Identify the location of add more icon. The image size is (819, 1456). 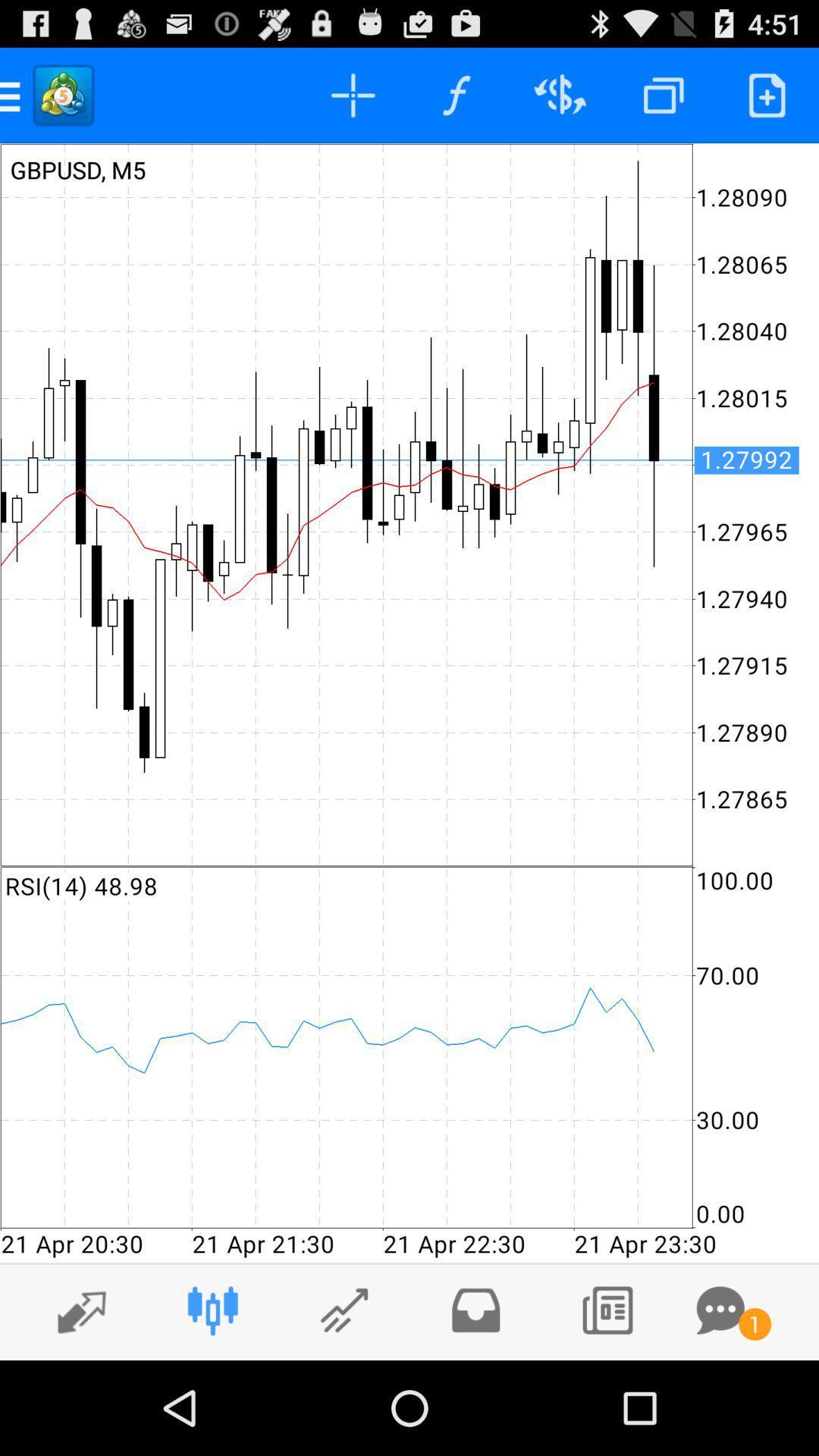
(767, 94).